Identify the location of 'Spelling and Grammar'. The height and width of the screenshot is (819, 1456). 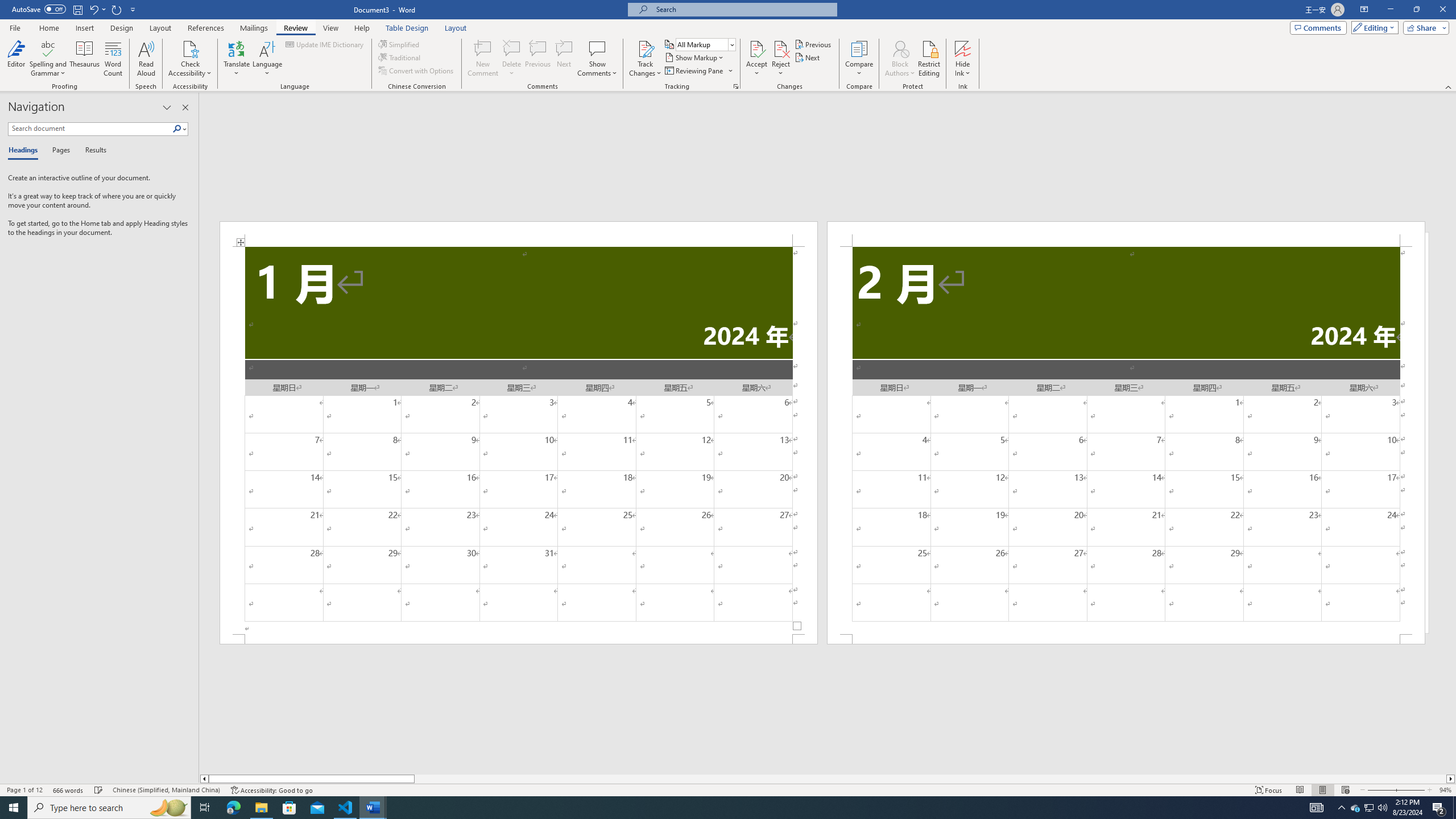
(48, 59).